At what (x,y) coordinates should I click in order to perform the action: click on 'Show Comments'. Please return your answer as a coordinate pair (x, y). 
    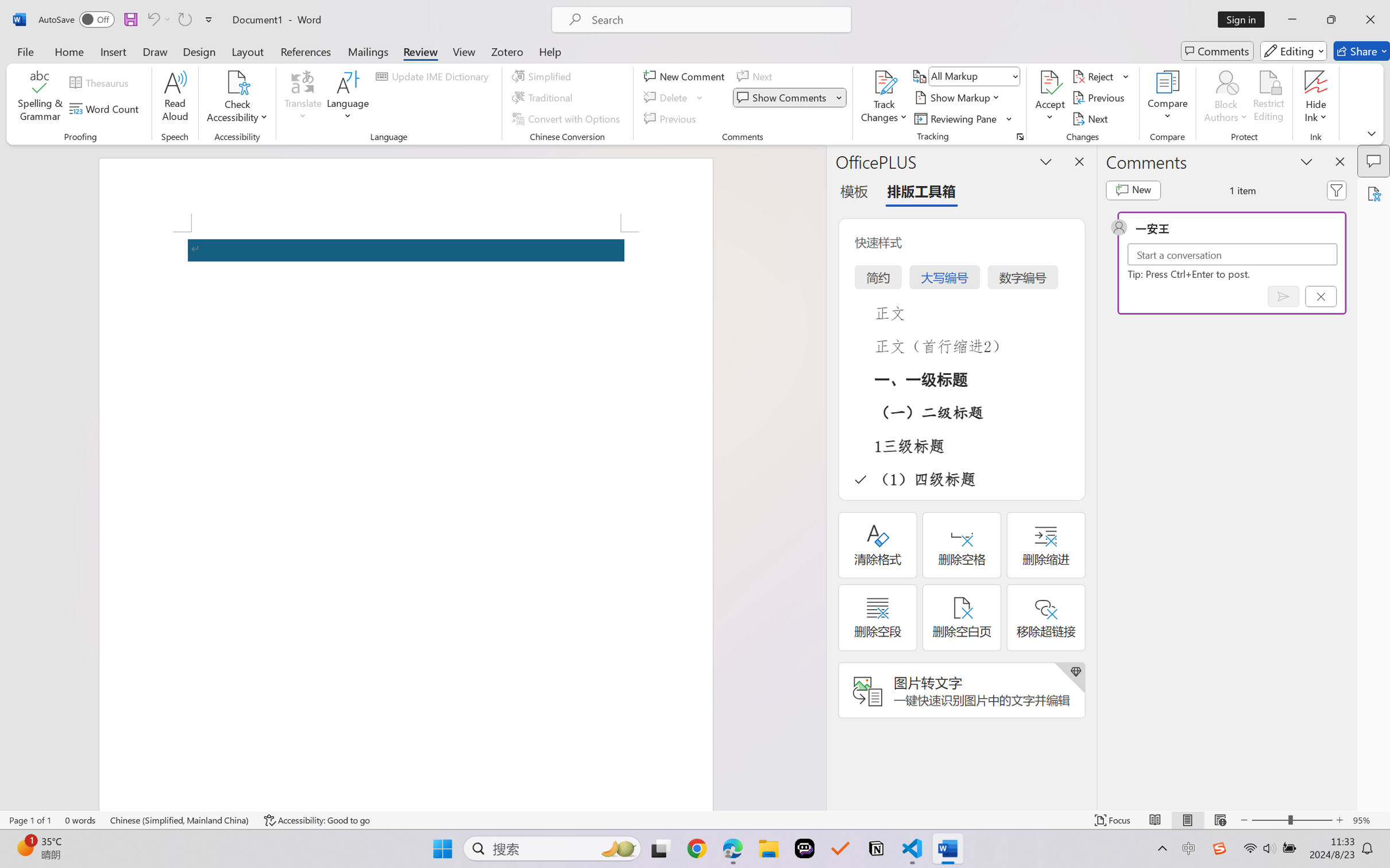
    Looking at the image, I should click on (789, 98).